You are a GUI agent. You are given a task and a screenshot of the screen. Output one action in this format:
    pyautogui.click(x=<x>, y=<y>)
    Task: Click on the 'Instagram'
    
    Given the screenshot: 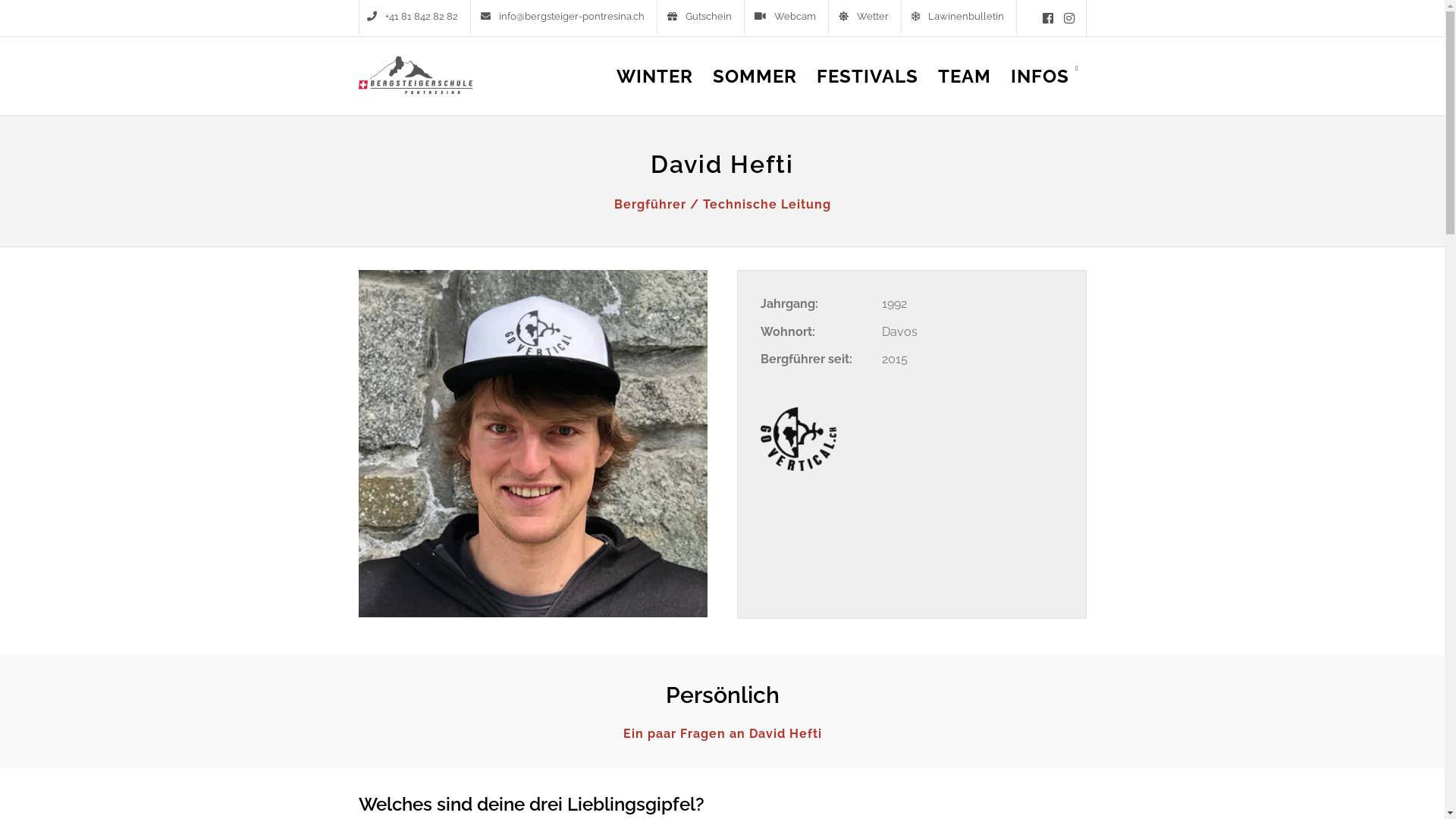 What is the action you would take?
    pyautogui.click(x=1068, y=17)
    